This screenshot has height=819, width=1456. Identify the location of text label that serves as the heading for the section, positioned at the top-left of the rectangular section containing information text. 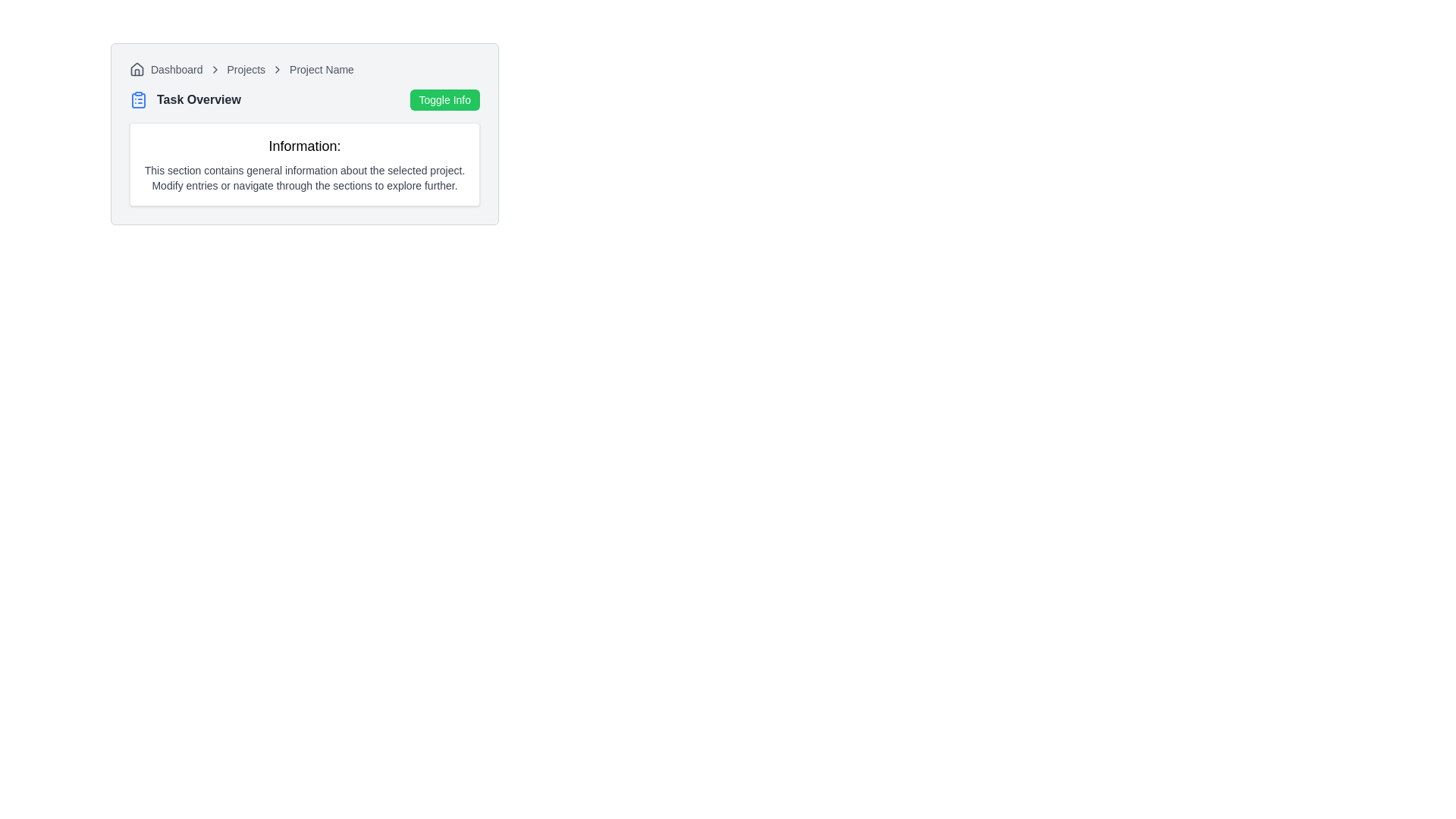
(304, 146).